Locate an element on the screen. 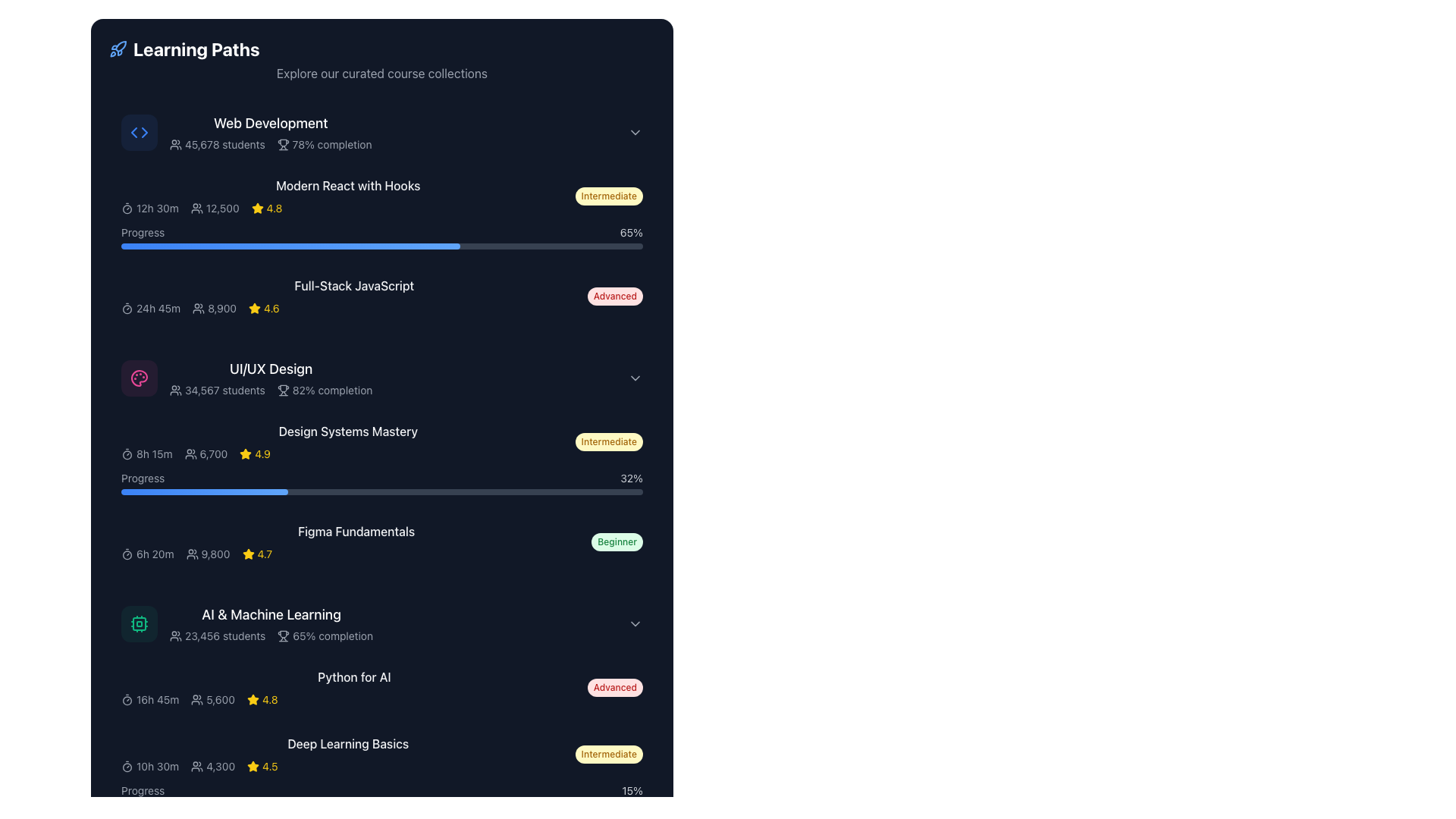 The image size is (1456, 819). the small circular timer icon located to the left of the text '10h 30m' in the row labeled 'Deep Learning Basics' is located at coordinates (127, 766).